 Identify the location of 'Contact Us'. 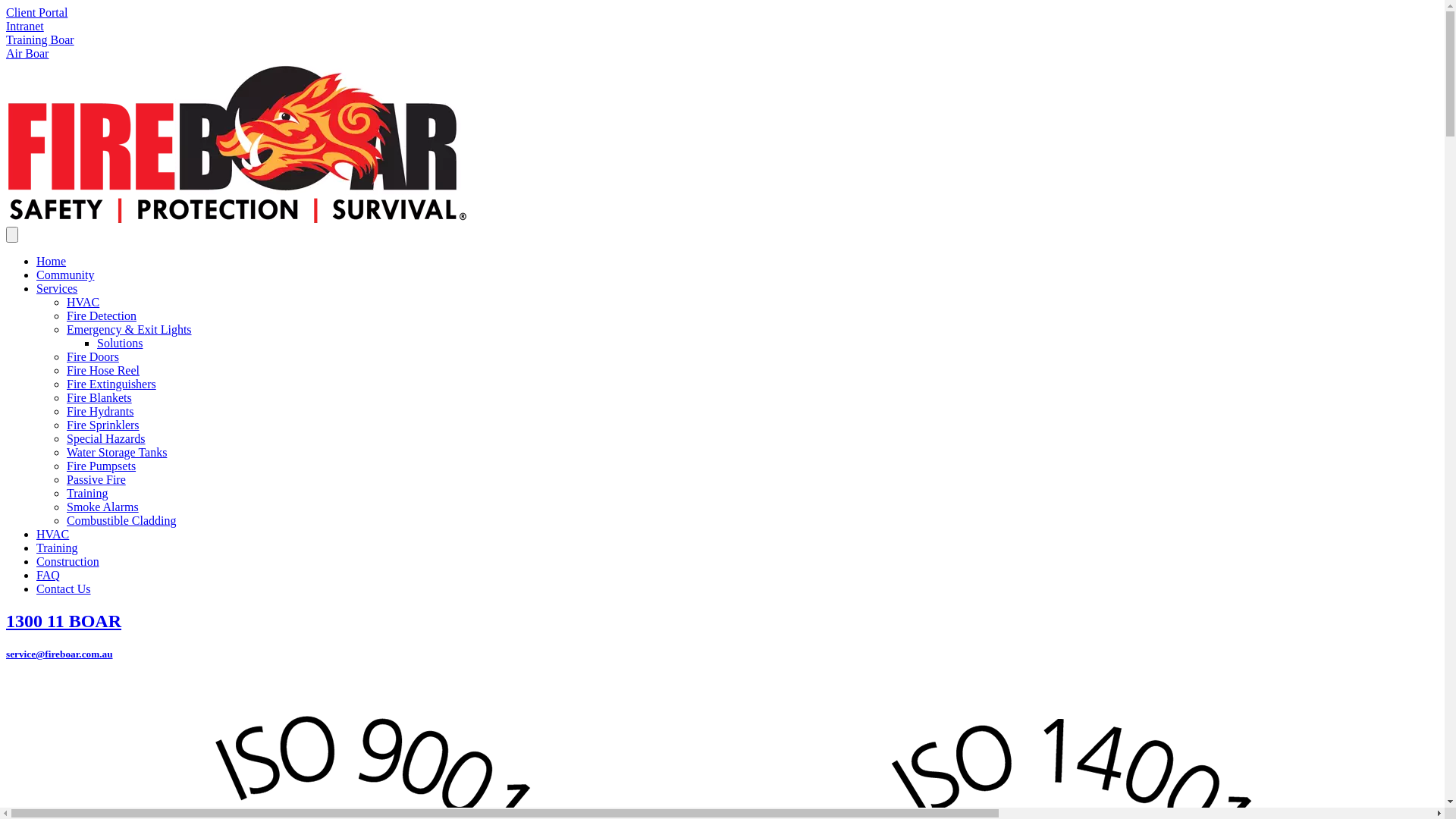
(62, 588).